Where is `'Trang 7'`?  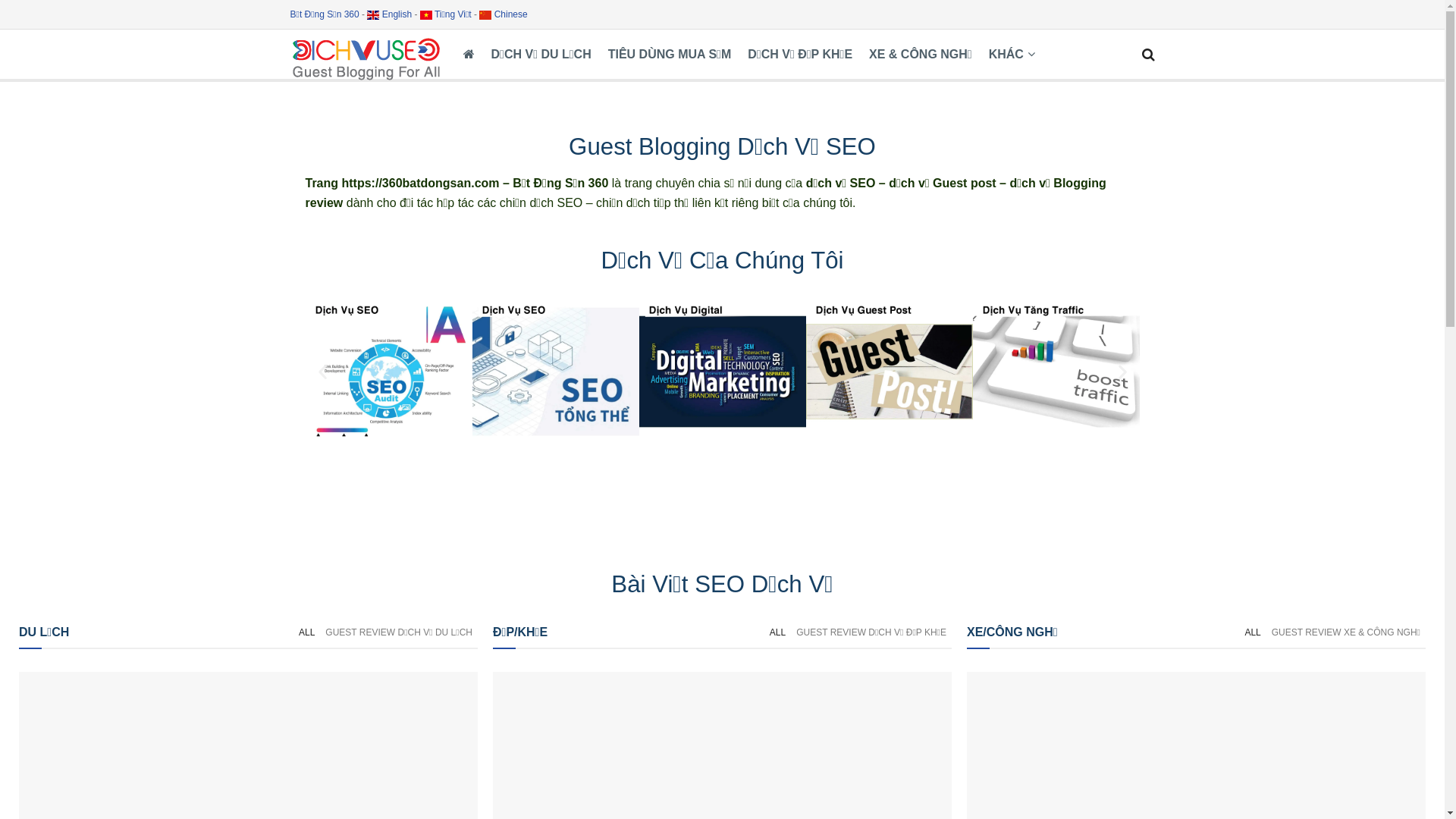
'Trang 7' is located at coordinates (888, 371).